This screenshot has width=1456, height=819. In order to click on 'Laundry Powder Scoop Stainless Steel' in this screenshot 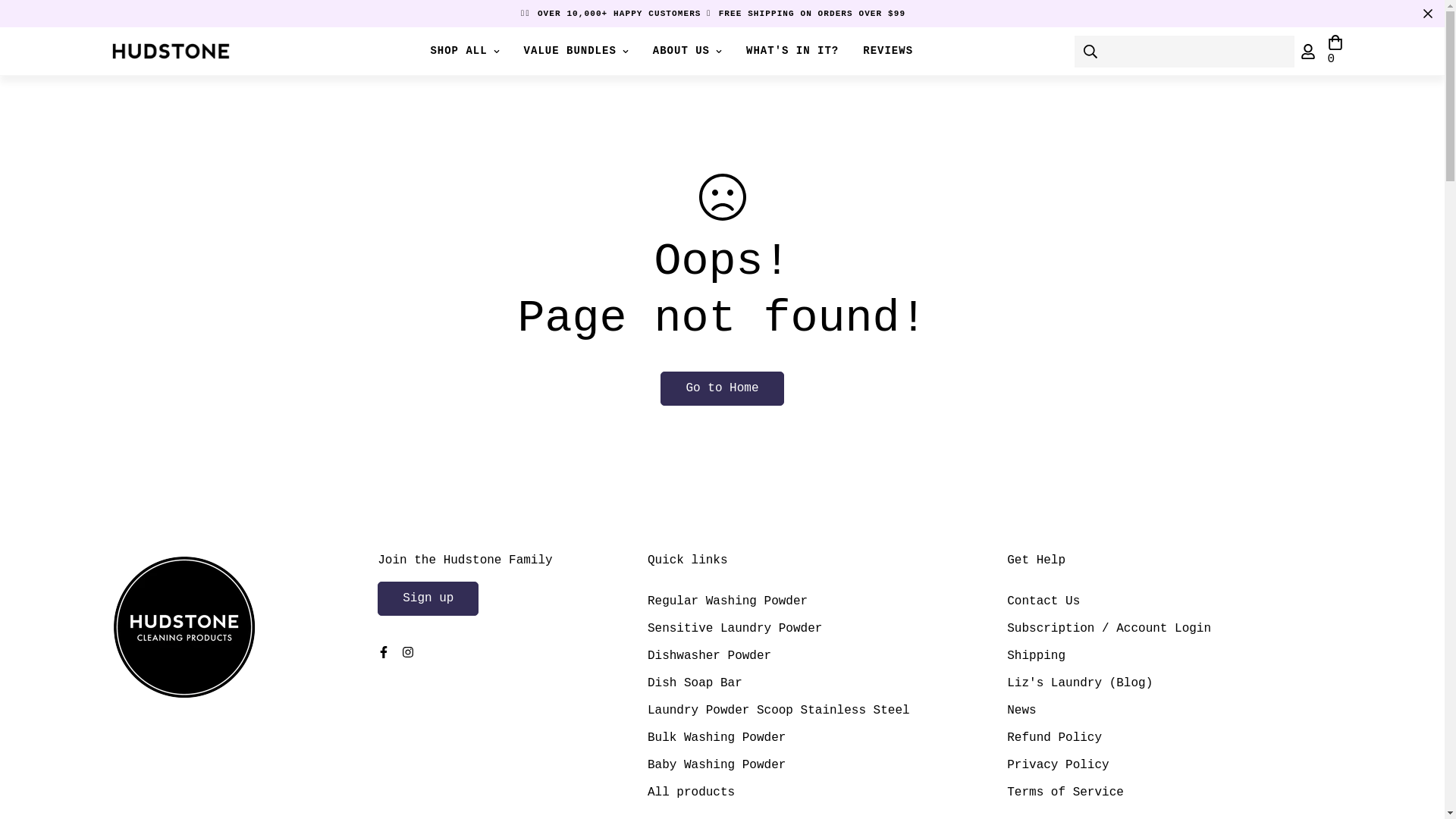, I will do `click(779, 711)`.